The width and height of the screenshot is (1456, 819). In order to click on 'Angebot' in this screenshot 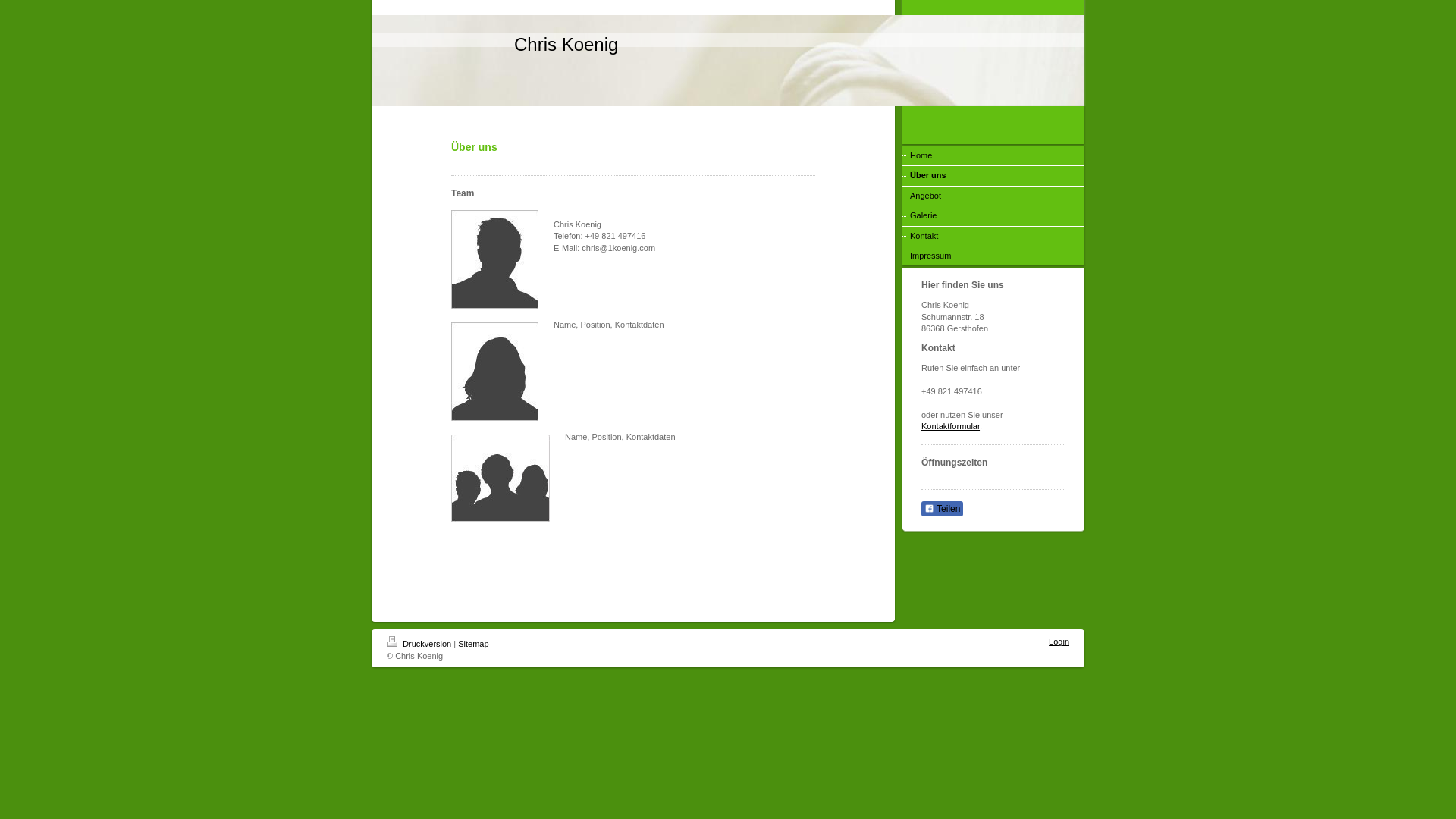, I will do `click(993, 195)`.